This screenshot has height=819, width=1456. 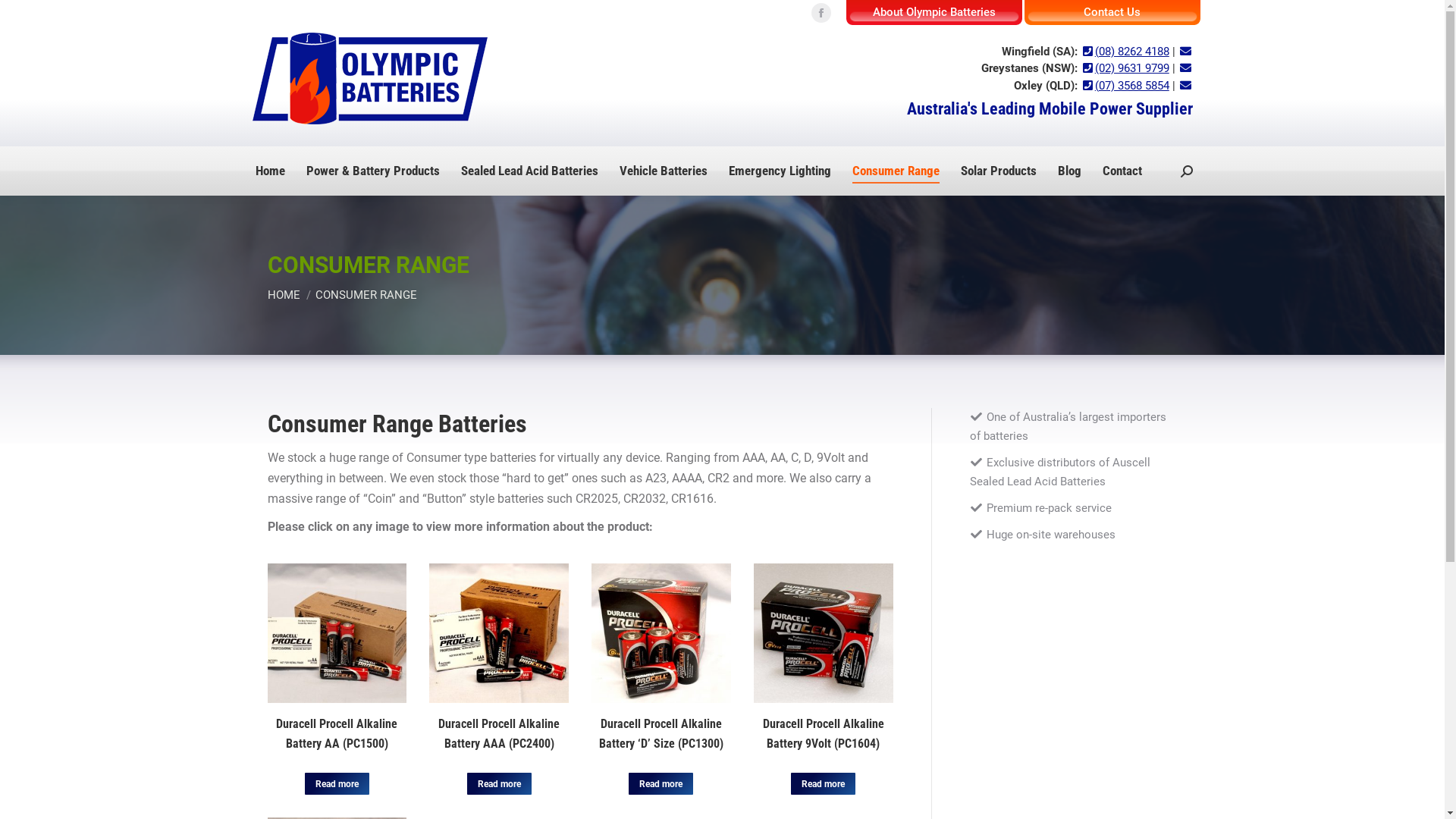 I want to click on 'Sealed Lead Acid Batteries', so click(x=529, y=171).